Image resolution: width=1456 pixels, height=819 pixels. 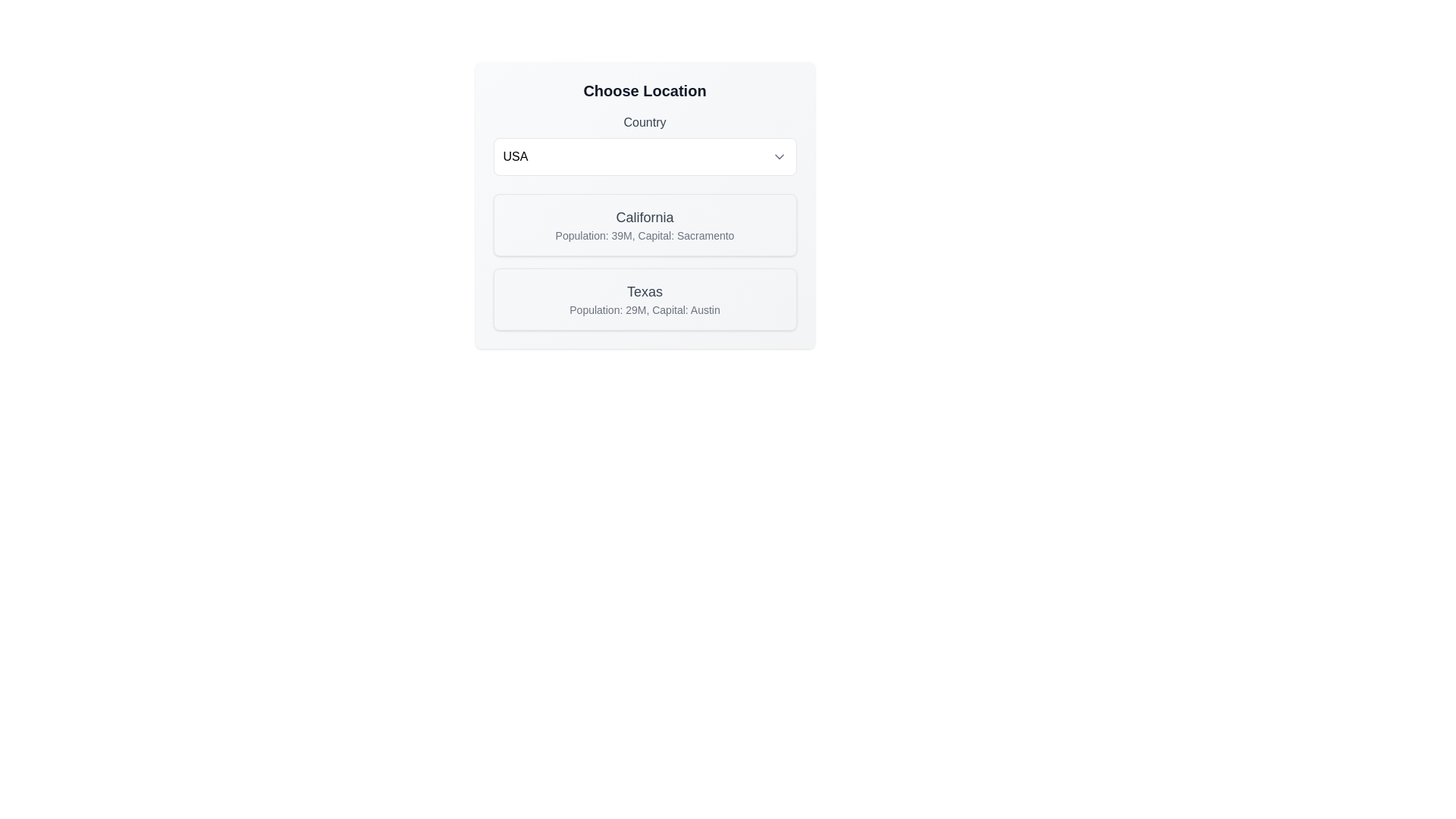 What do you see at coordinates (645, 292) in the screenshot?
I see `the 'Texas' text label, which serves as an identifier within the card` at bounding box center [645, 292].